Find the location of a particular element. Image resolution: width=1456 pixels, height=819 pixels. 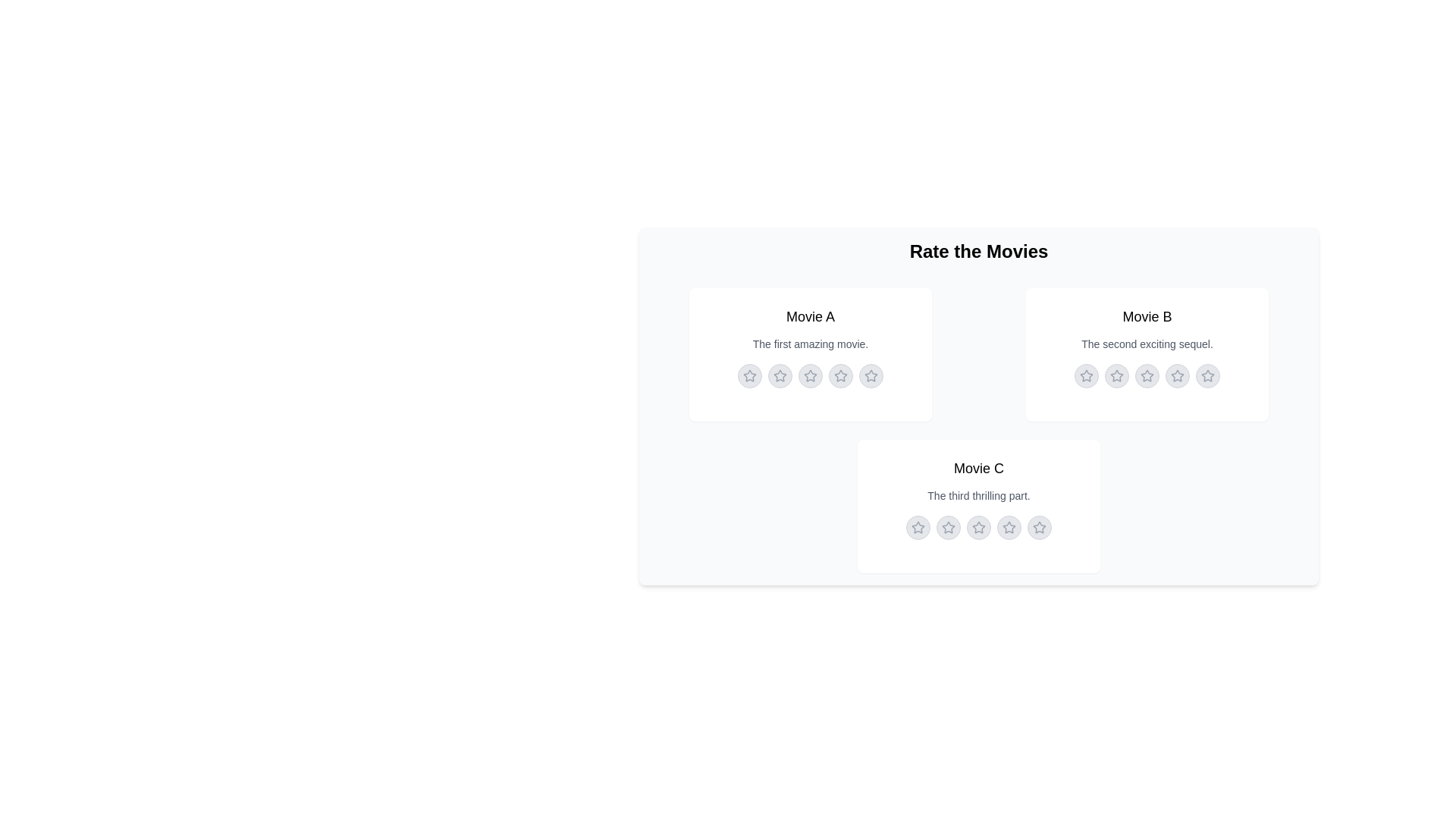

the circular button with a gray background and an outlined star icon, which is the fourth button in a horizontal row of five buttons within the 'Movie A' card is located at coordinates (839, 375).